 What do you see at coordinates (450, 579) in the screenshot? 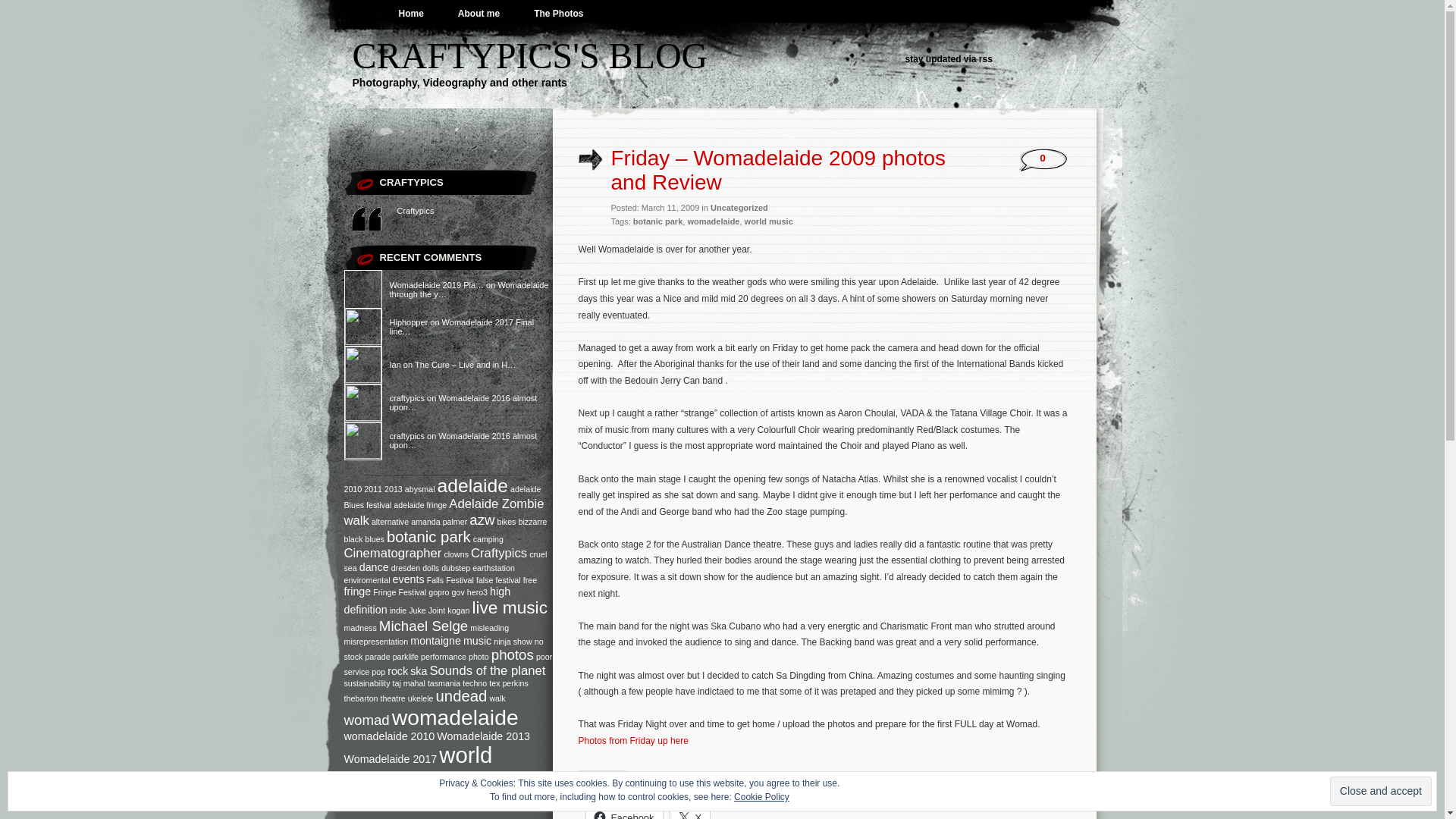
I see `'Falls Festival'` at bounding box center [450, 579].